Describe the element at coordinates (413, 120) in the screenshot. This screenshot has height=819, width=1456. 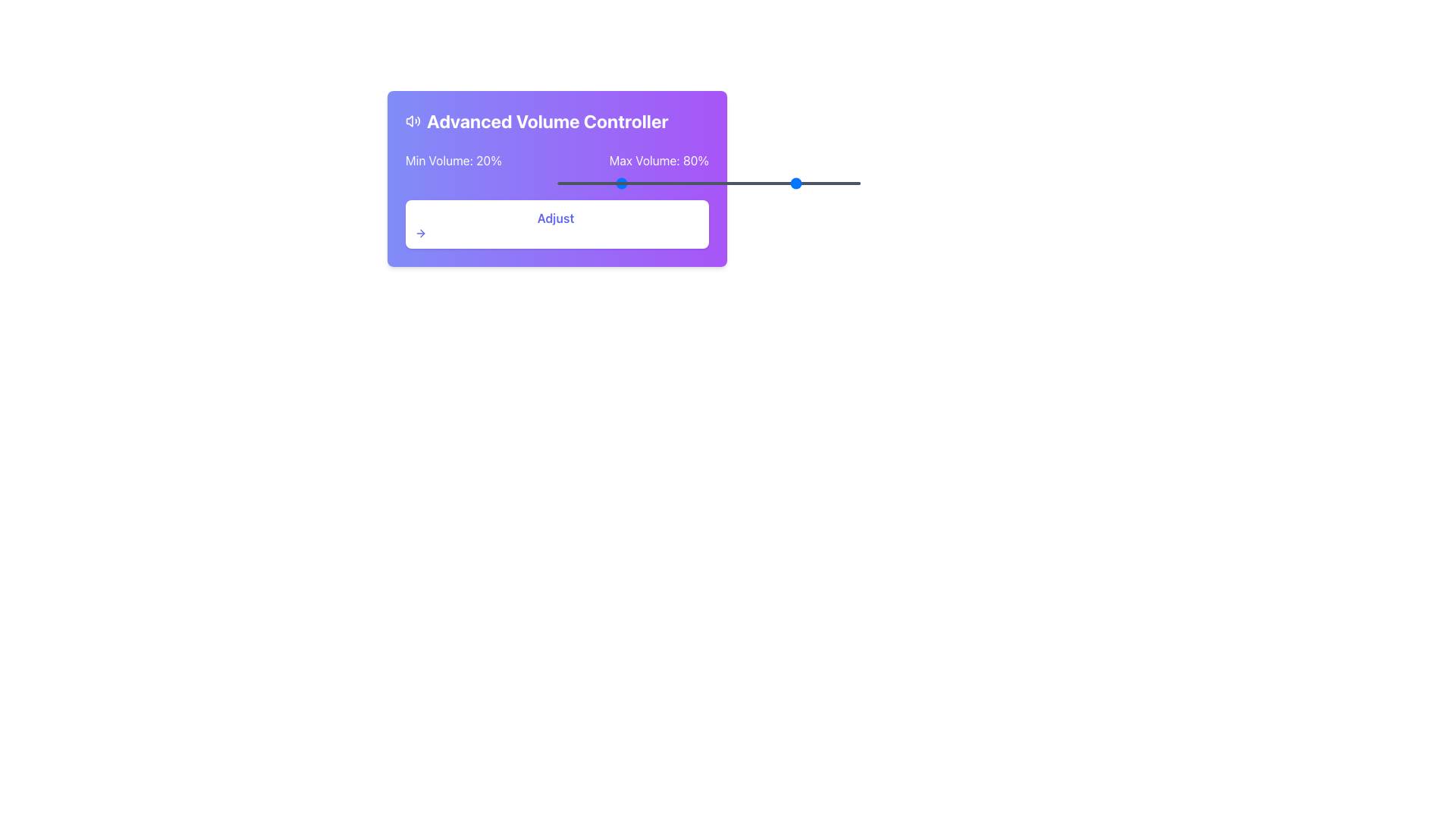
I see `the speaker icon with sound waves located to the left of the 'Advanced Volume Controller' text in the header section` at that location.